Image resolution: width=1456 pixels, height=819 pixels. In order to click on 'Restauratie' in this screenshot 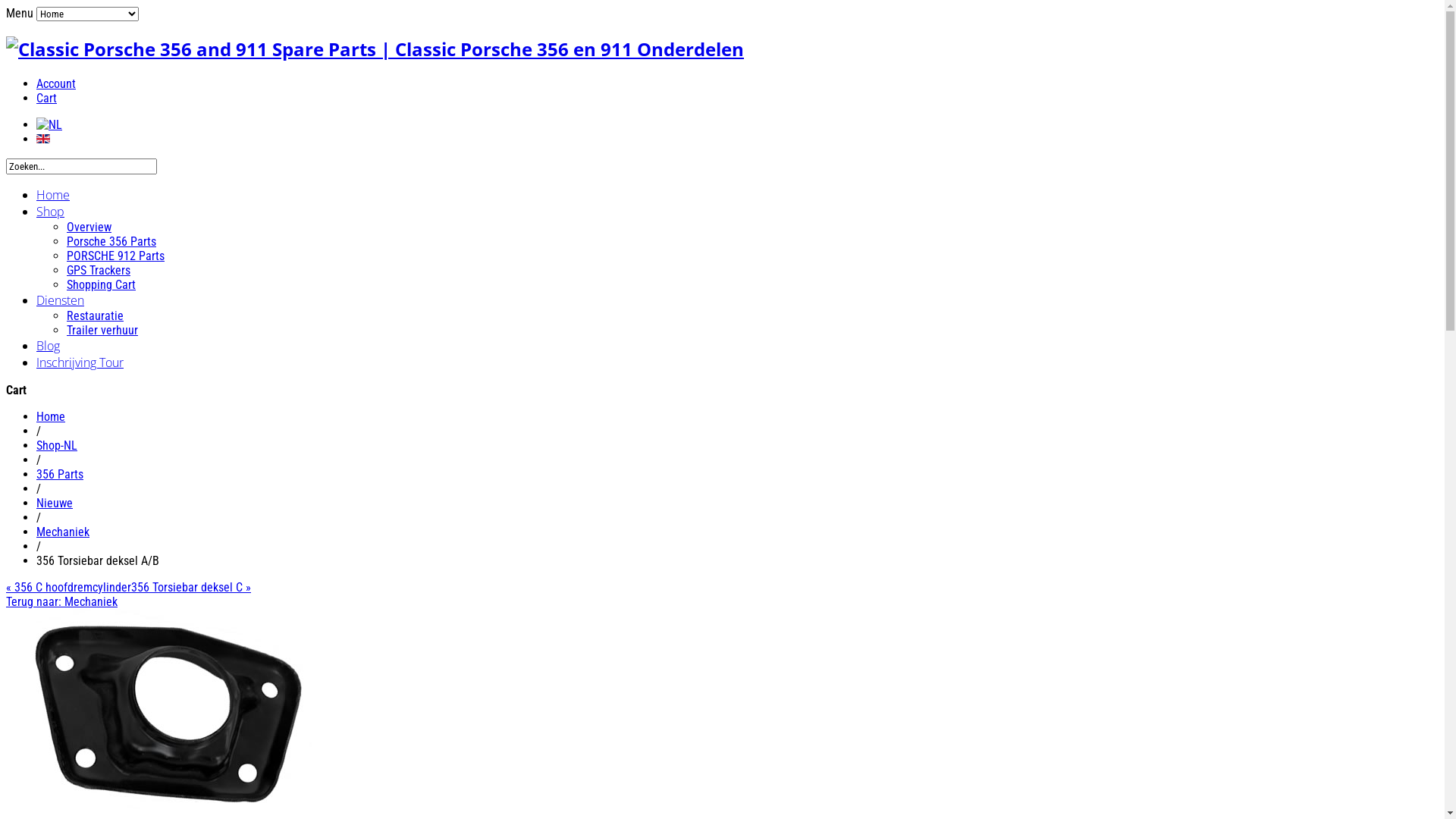, I will do `click(94, 315)`.